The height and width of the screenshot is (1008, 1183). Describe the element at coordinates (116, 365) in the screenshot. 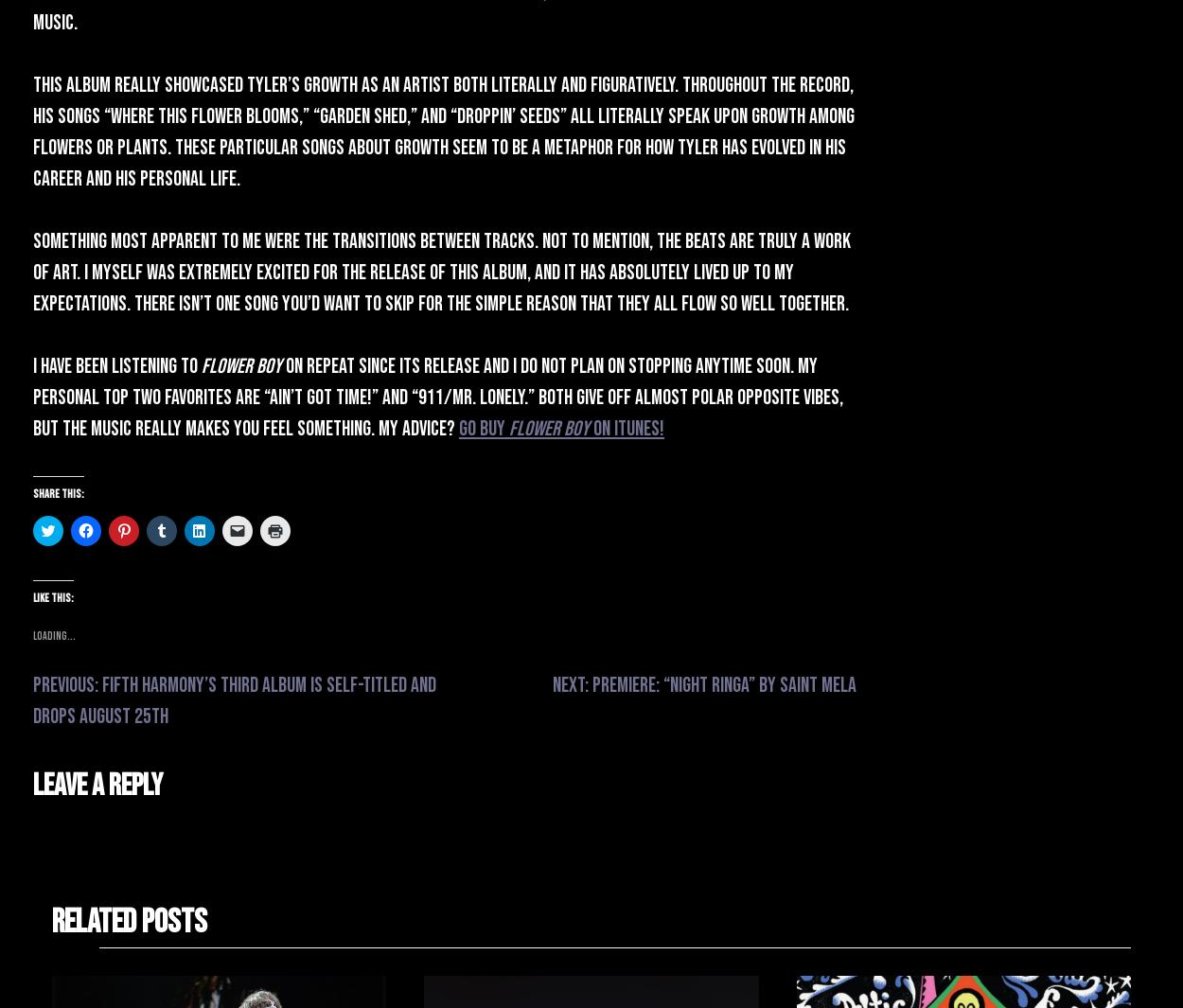

I see `'I have been listening to'` at that location.